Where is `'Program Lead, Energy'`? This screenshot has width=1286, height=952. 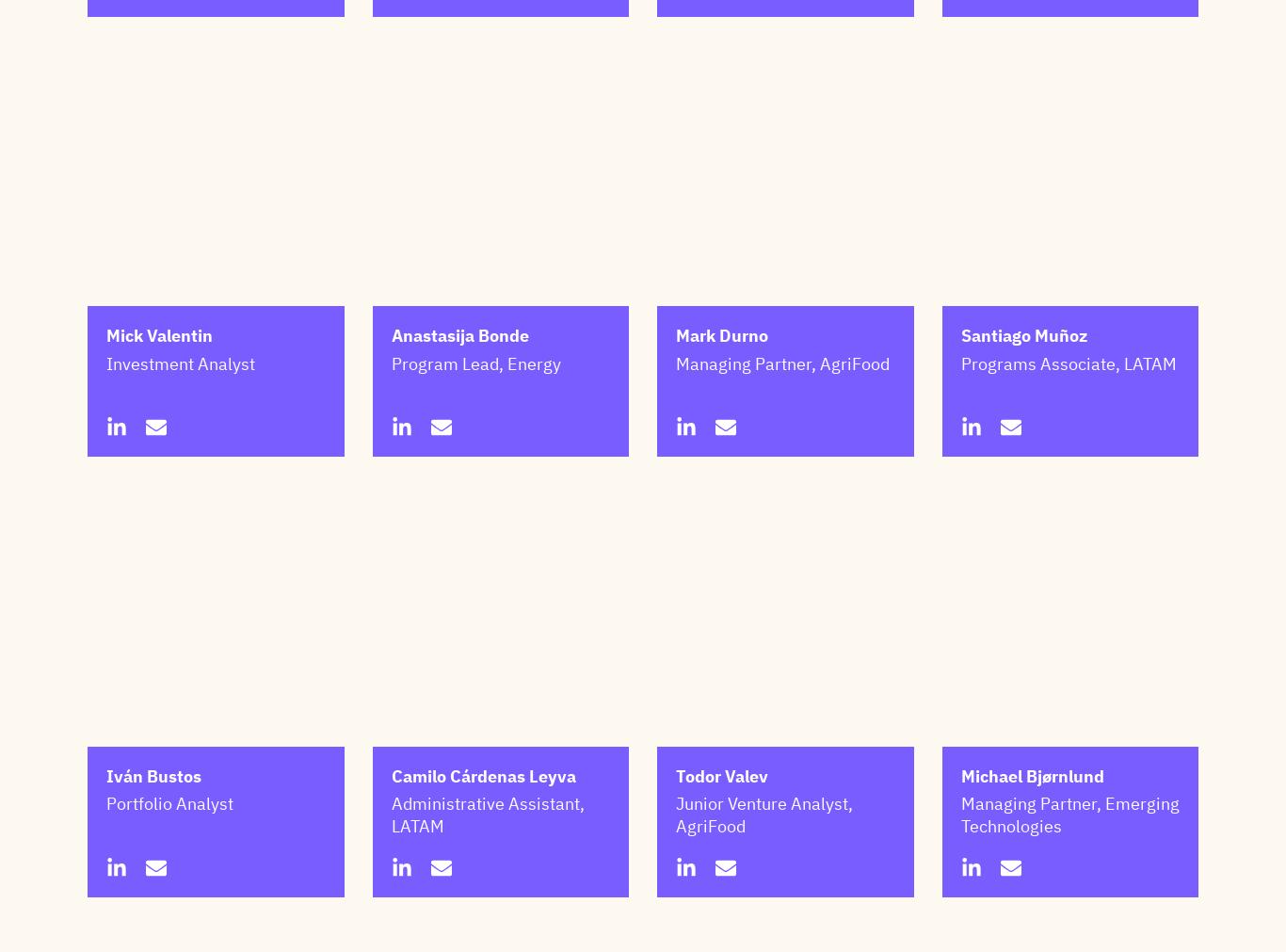 'Program Lead, Energy' is located at coordinates (389, 456).